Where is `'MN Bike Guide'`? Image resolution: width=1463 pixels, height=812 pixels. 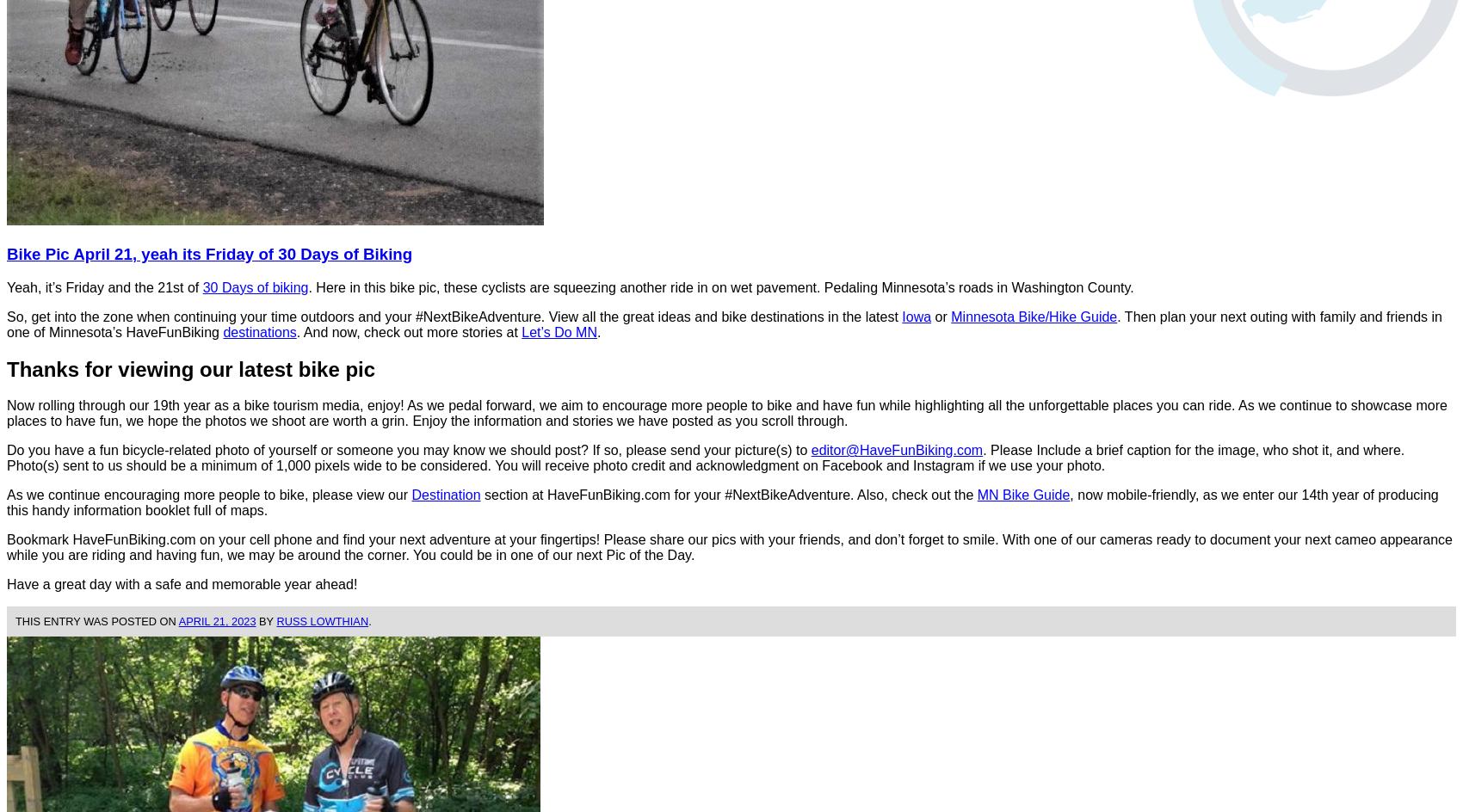 'MN Bike Guide' is located at coordinates (1022, 494).